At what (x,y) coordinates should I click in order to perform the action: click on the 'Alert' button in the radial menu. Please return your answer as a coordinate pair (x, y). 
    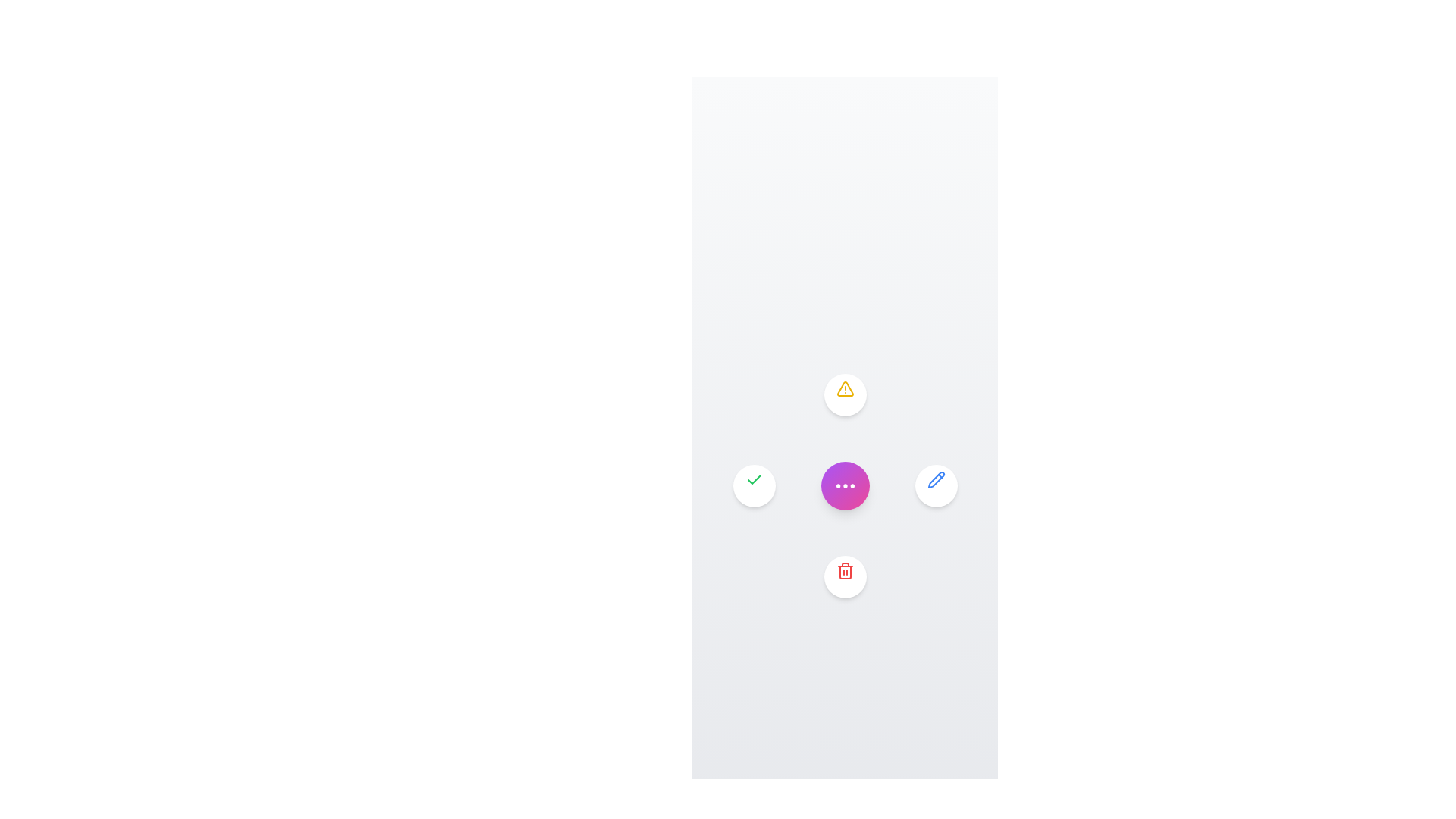
    Looking at the image, I should click on (844, 394).